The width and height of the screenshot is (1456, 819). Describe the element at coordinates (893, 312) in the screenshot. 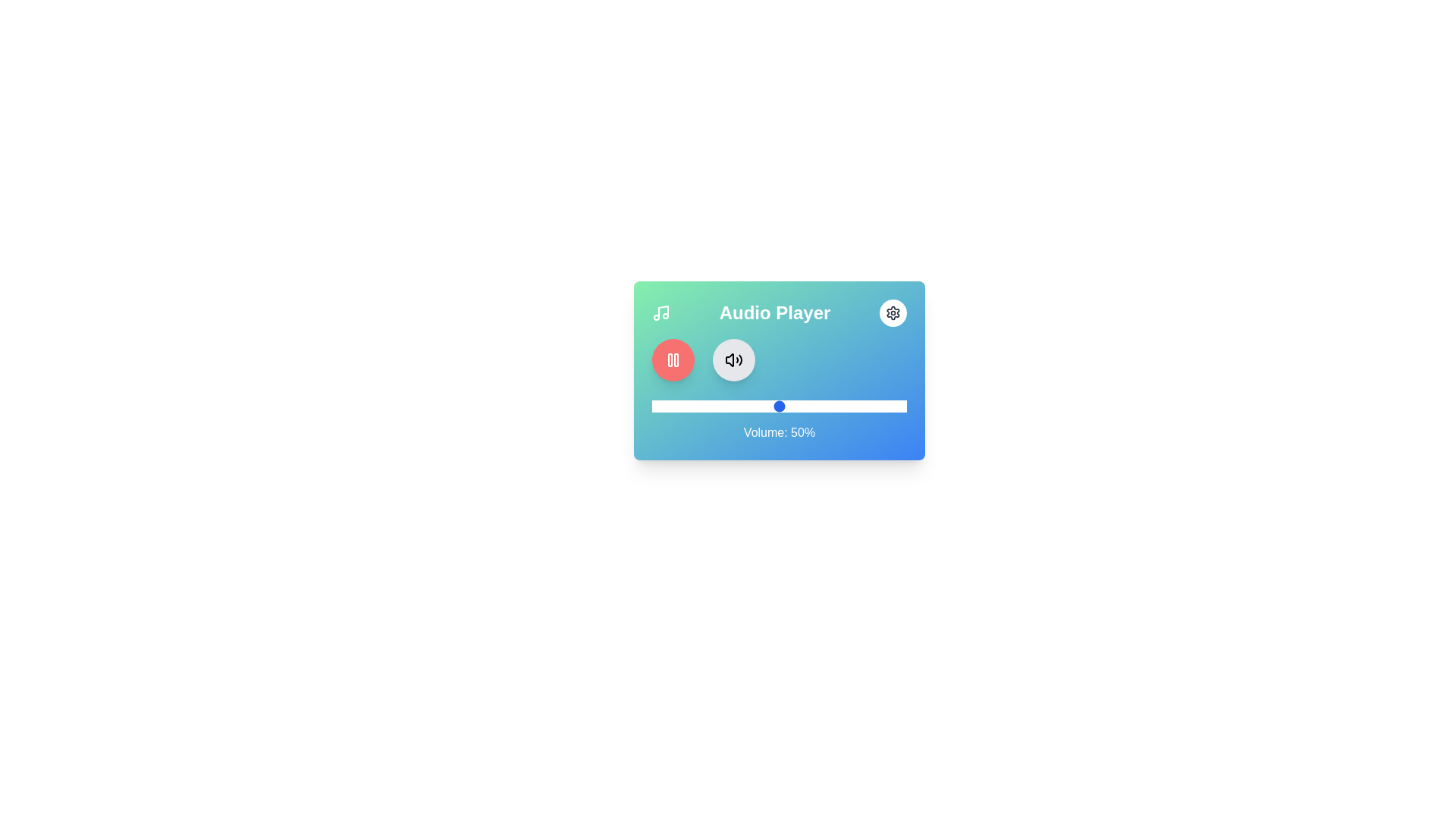

I see `the settings icon represented by a gear shape in the top-right corner of the audio player` at that location.